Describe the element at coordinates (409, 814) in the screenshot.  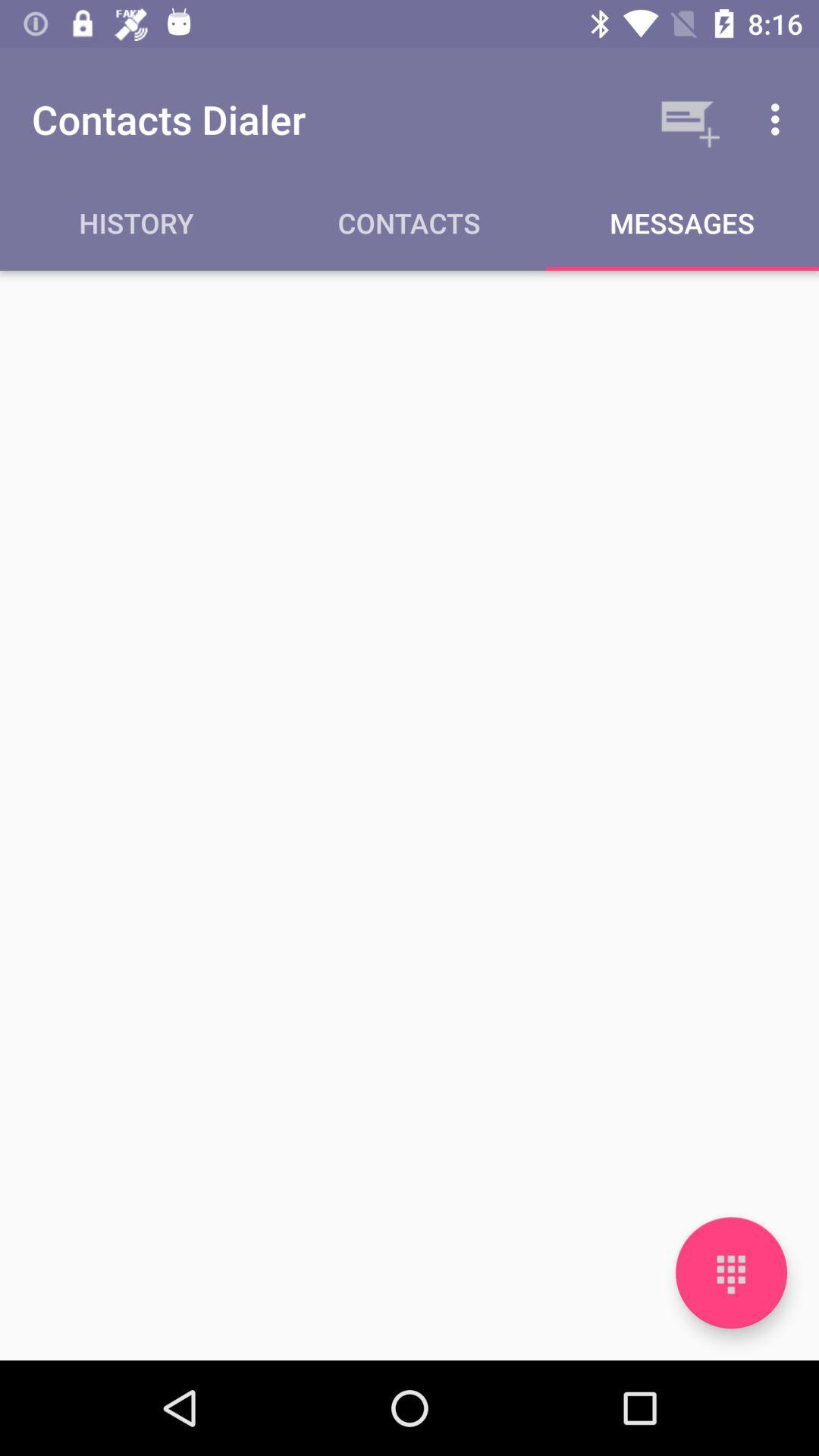
I see `item below the history icon` at that location.